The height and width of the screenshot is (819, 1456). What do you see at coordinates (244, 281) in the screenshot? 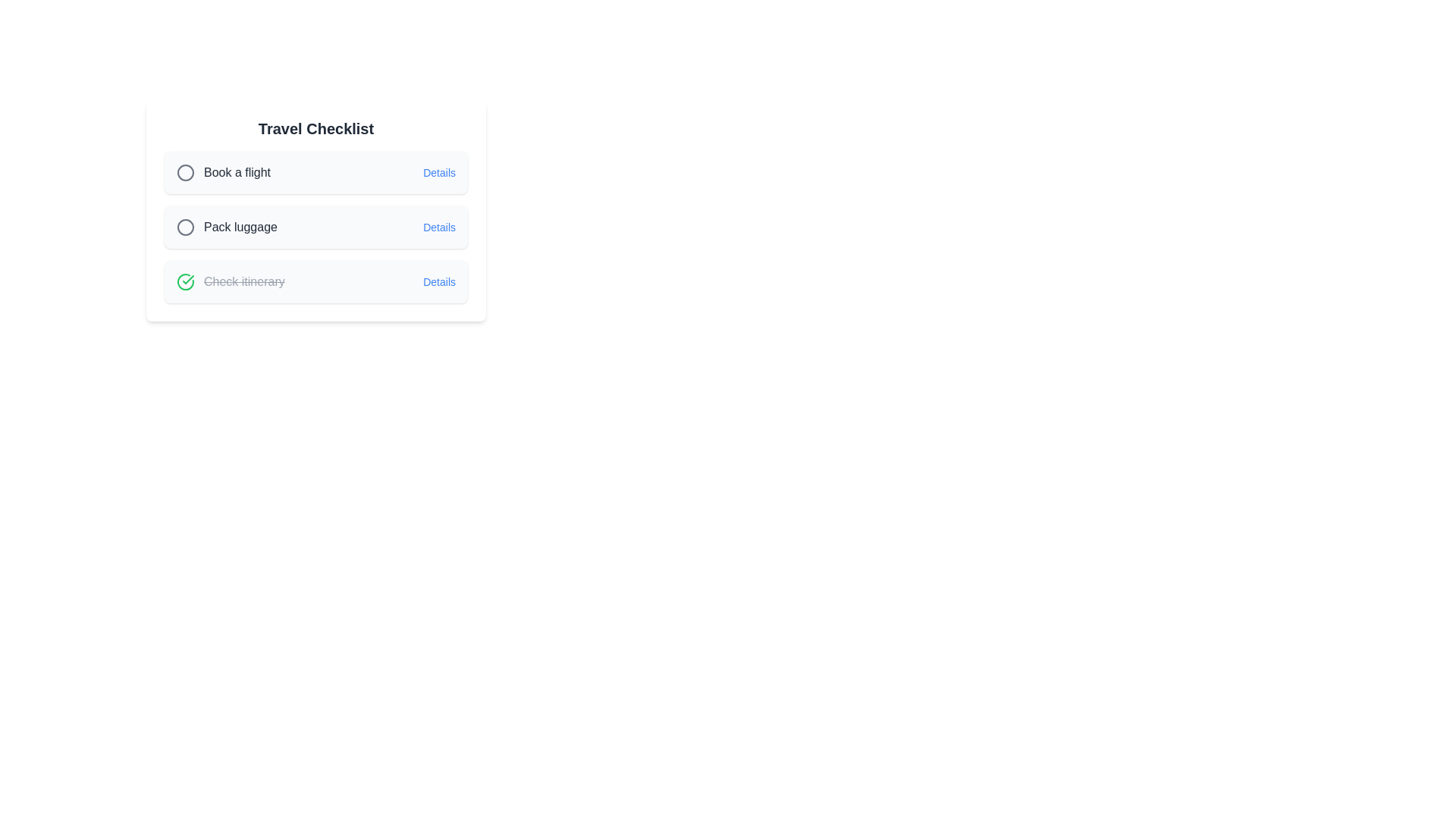
I see `the 'Check itinerary' text in the third row of the travel checklist` at bounding box center [244, 281].